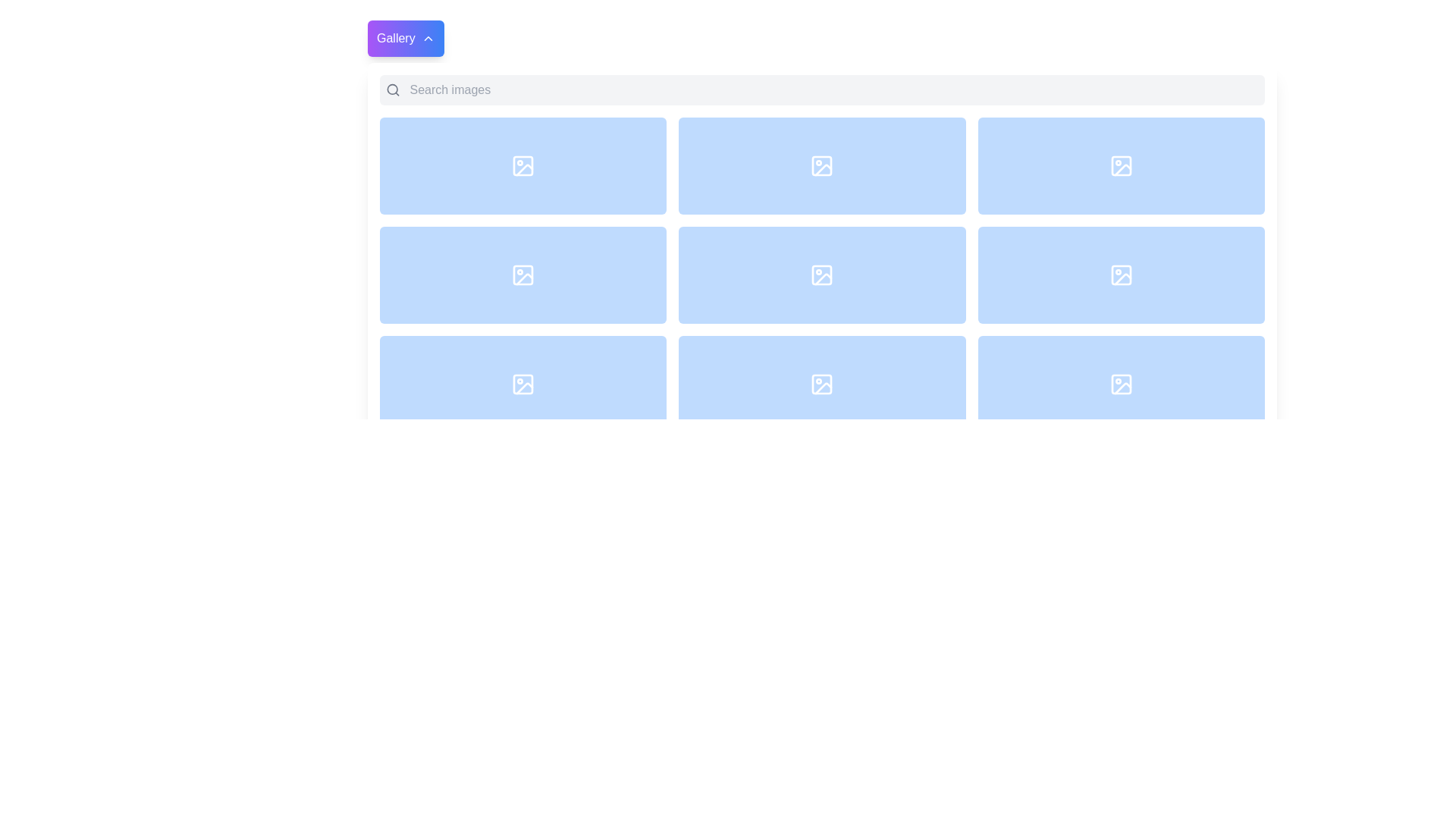 Image resolution: width=1456 pixels, height=819 pixels. What do you see at coordinates (523, 383) in the screenshot?
I see `the image-related button located in the bottom row's first column of the 3x3 grid layout` at bounding box center [523, 383].